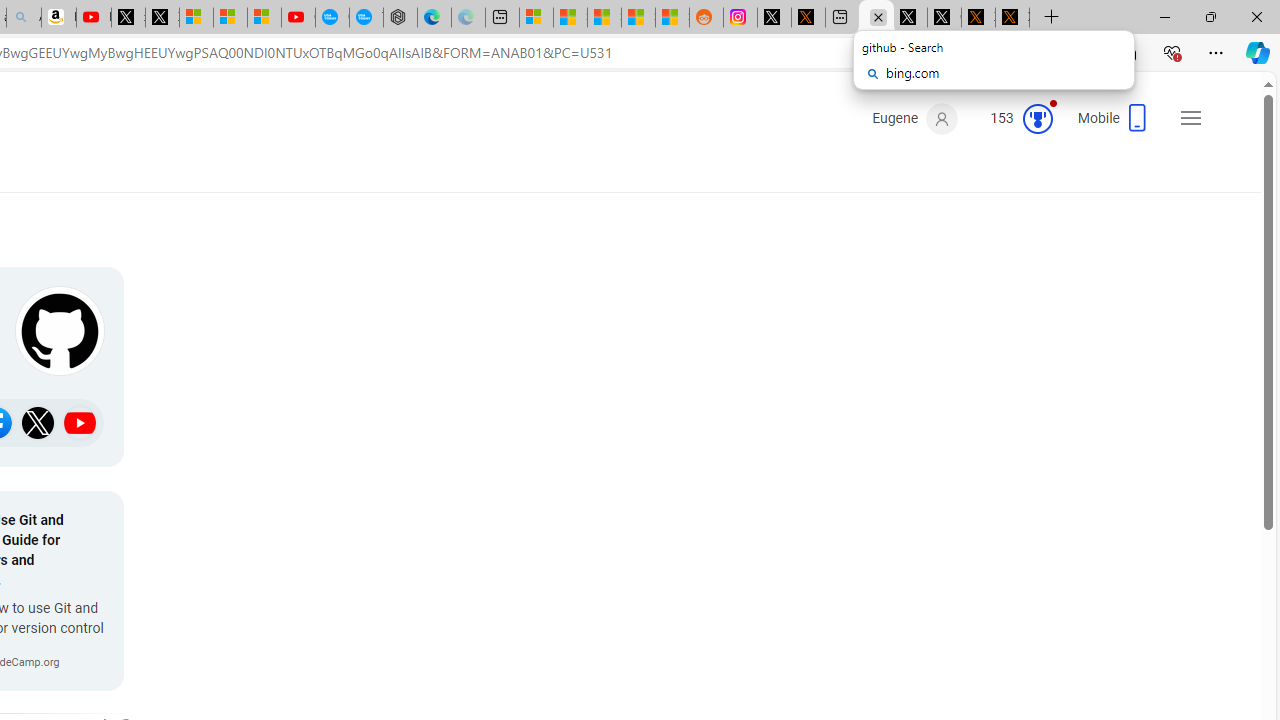 The height and width of the screenshot is (720, 1280). Describe the element at coordinates (1014, 119) in the screenshot. I see `'Microsoft Rewards 153'` at that location.